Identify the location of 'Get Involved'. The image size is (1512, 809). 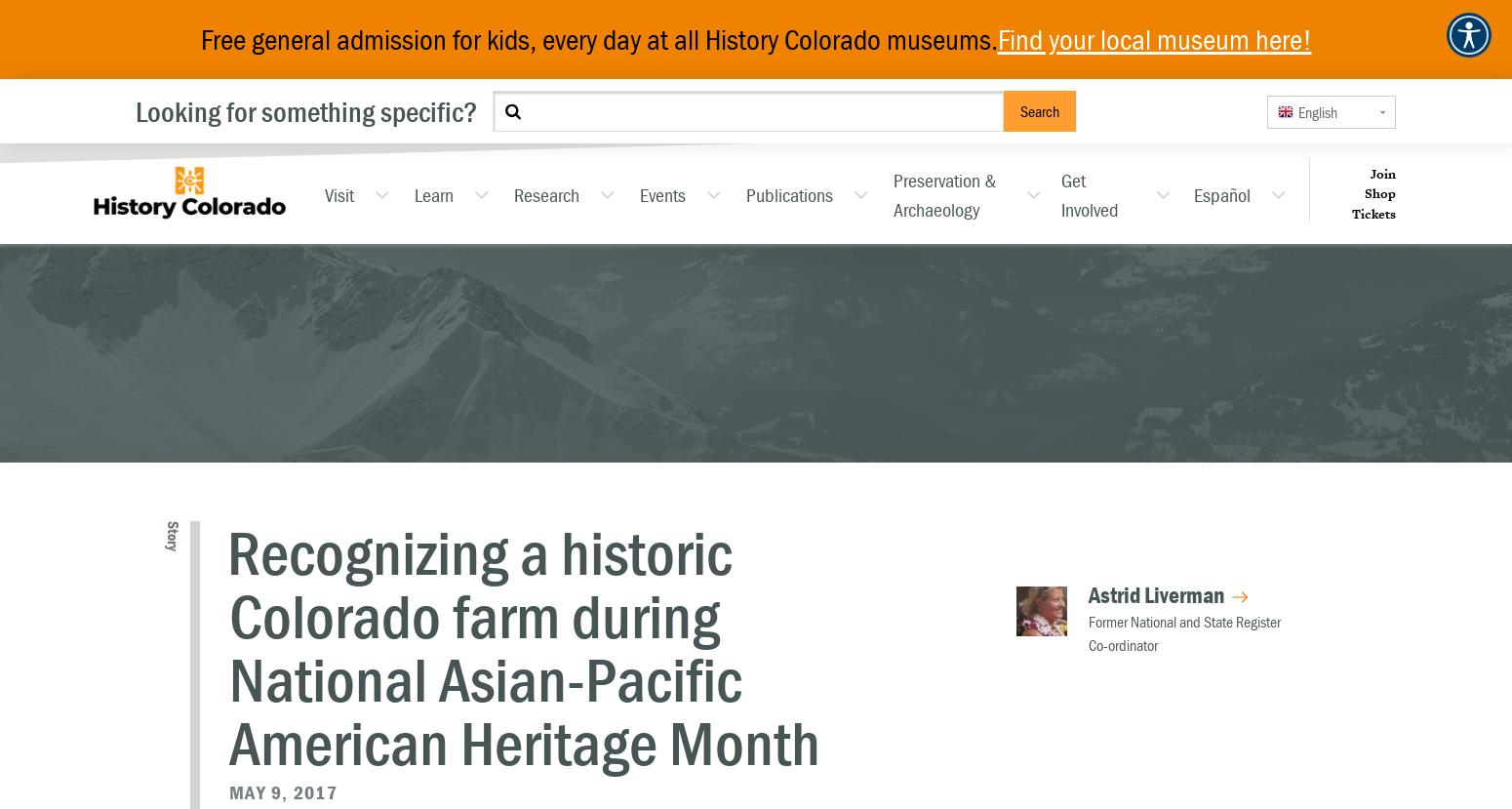
(1088, 193).